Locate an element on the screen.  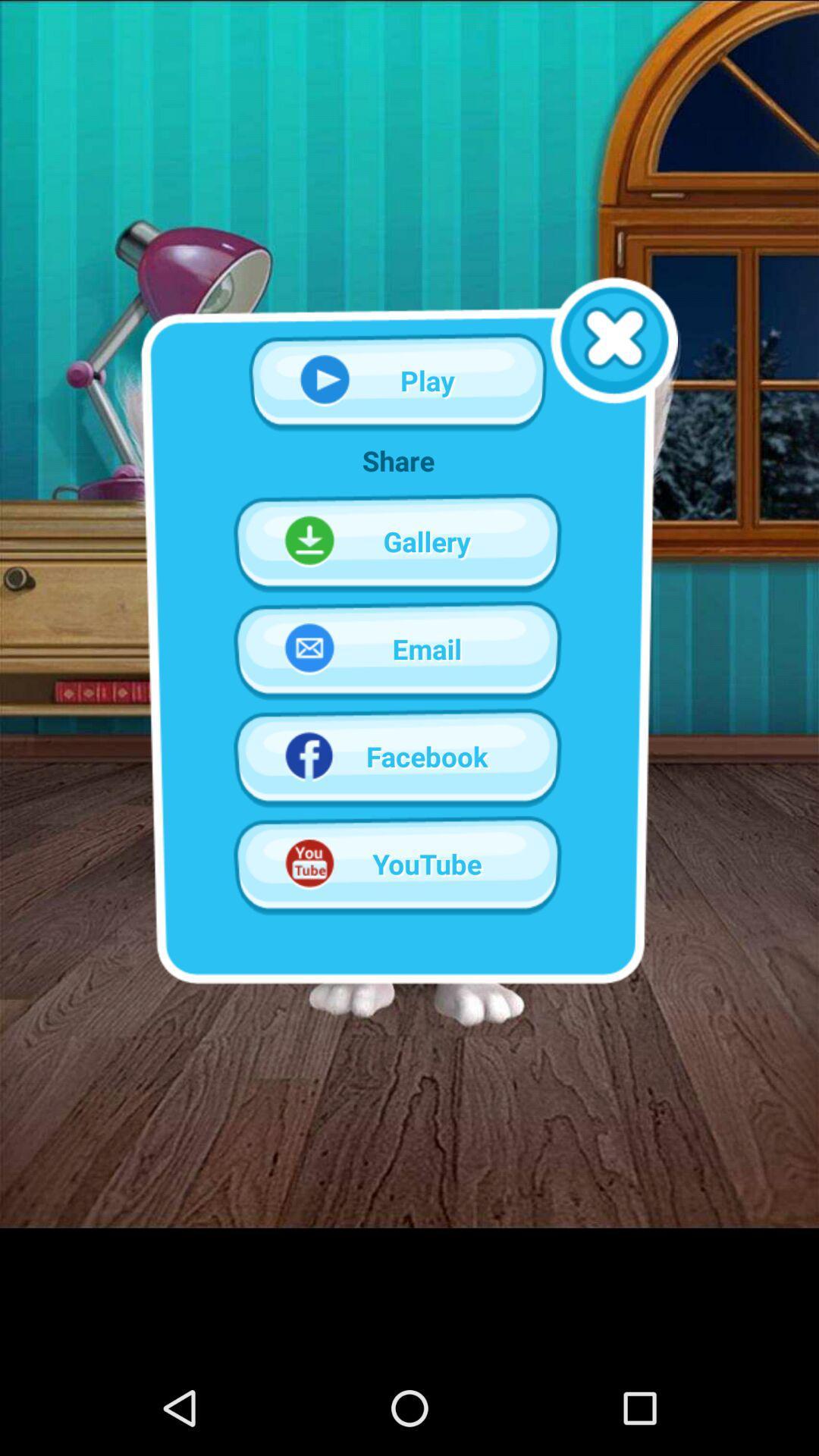
the close icon is located at coordinates (614, 364).